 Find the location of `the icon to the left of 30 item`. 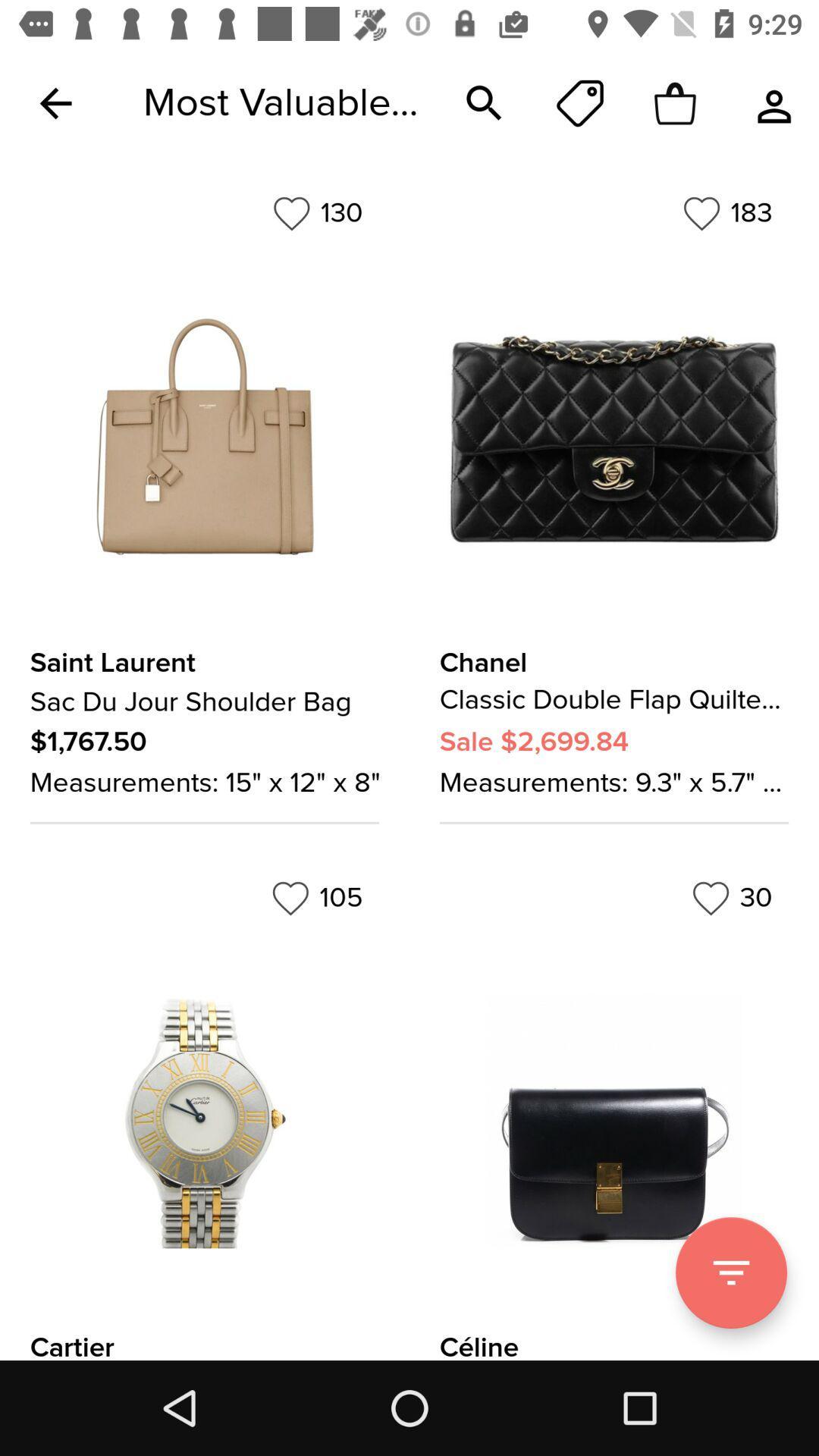

the icon to the left of 30 item is located at coordinates (316, 898).